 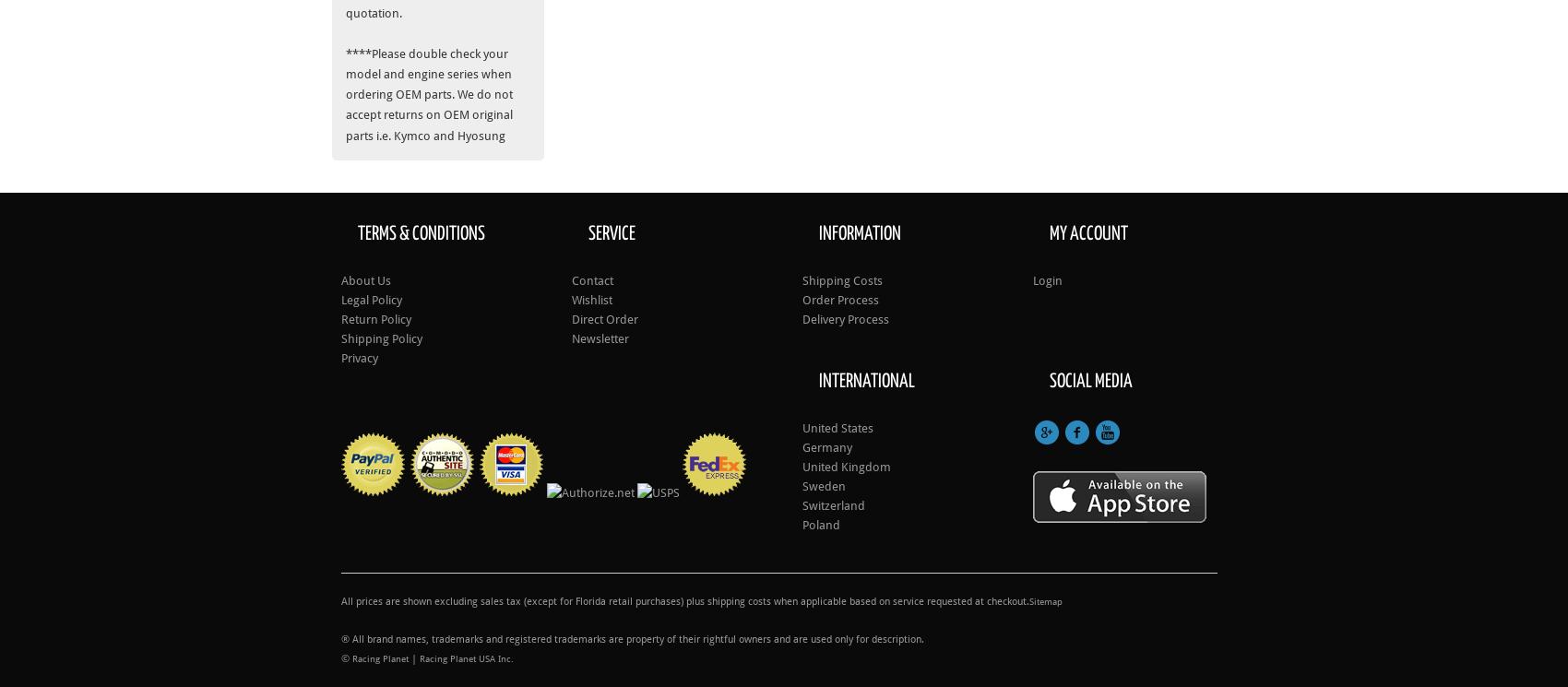 I want to click on 'Wishlist', so click(x=591, y=298).